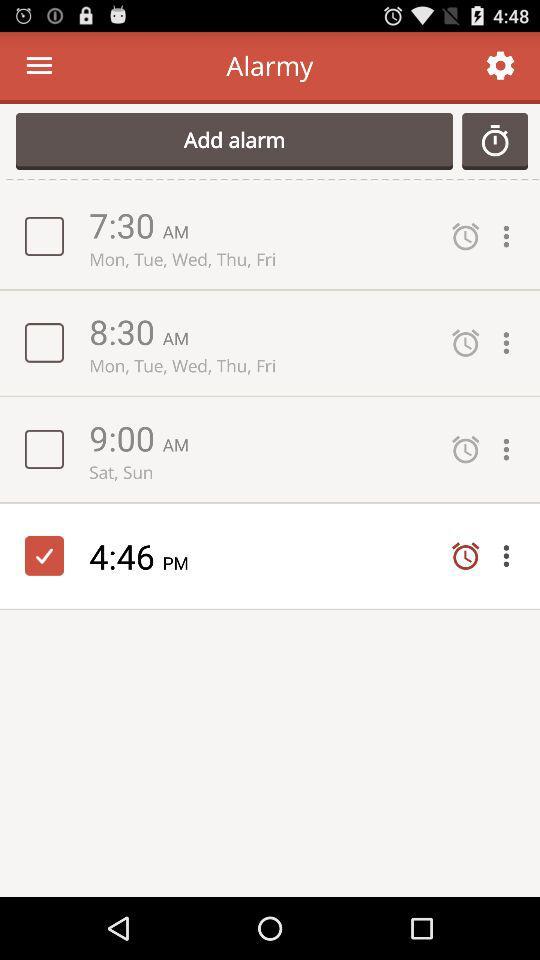 The height and width of the screenshot is (960, 540). Describe the element at coordinates (494, 150) in the screenshot. I see `the time icon` at that location.